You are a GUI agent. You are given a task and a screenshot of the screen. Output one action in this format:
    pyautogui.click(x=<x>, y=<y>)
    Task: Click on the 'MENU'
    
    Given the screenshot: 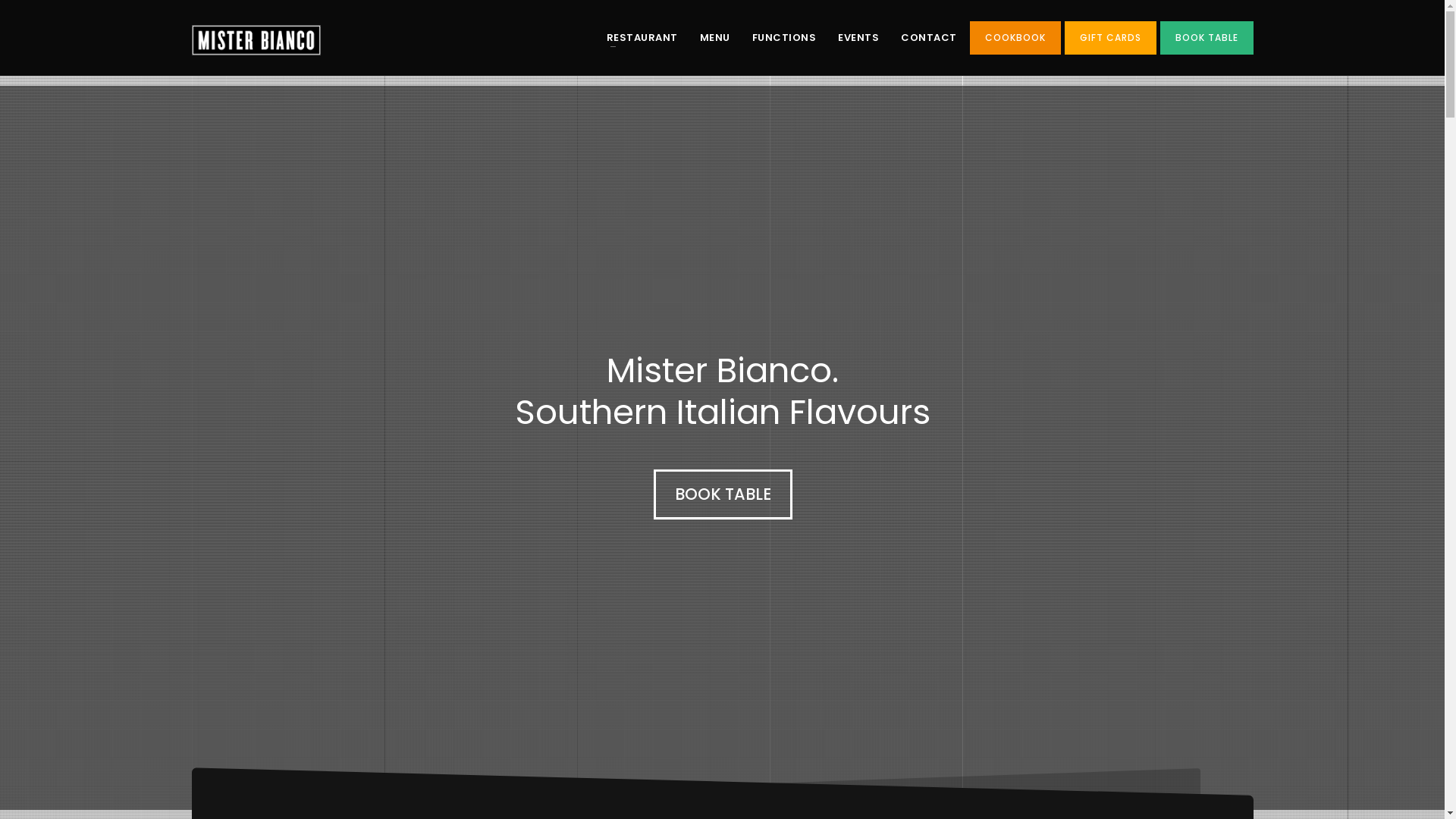 What is the action you would take?
    pyautogui.click(x=713, y=37)
    